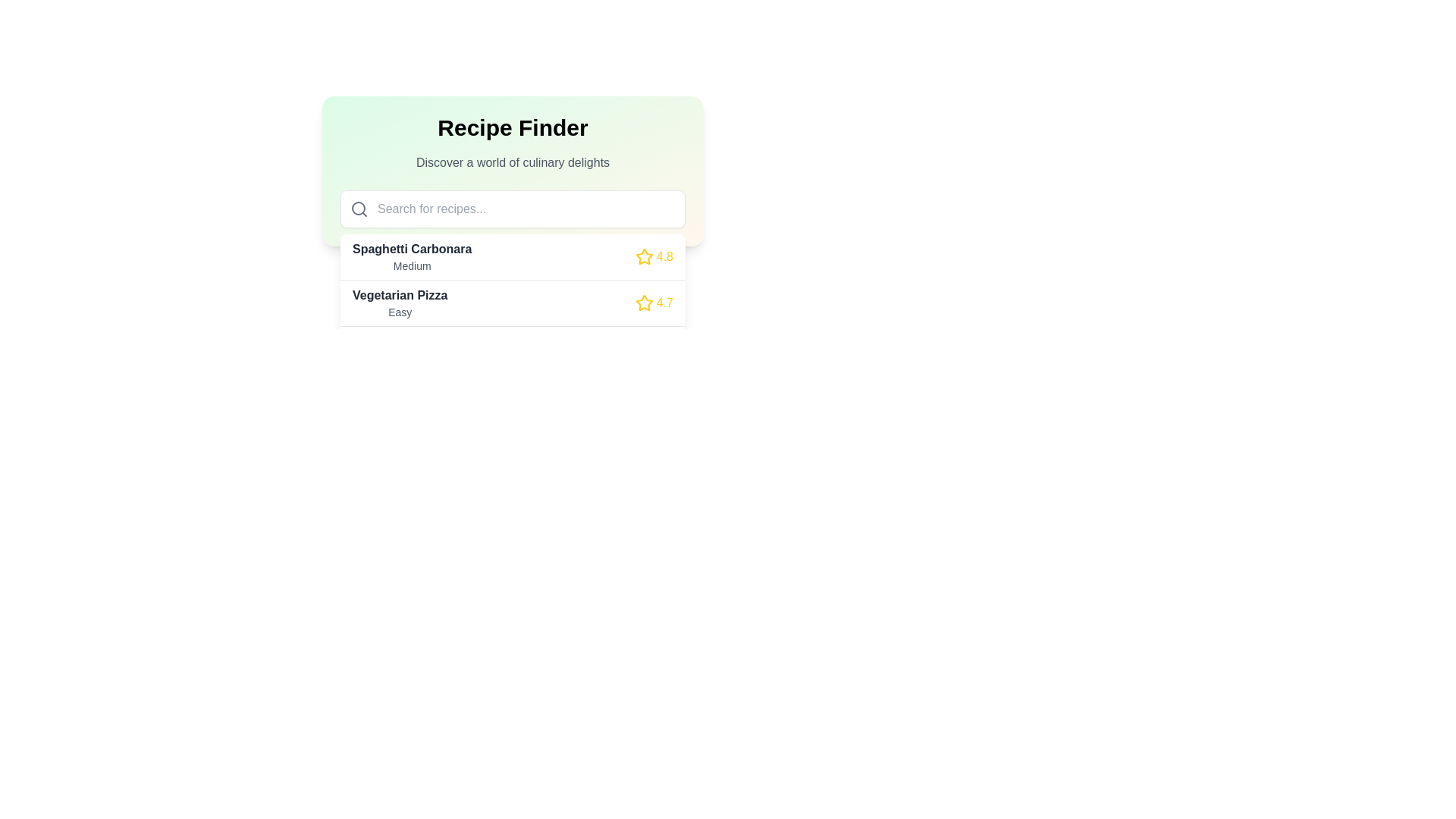 Image resolution: width=1456 pixels, height=819 pixels. I want to click on the Rating Indicator which consists of a yellow star icon and the numeric rating '4.8' for 'Spaghetti Carbonara Medium', so click(654, 256).